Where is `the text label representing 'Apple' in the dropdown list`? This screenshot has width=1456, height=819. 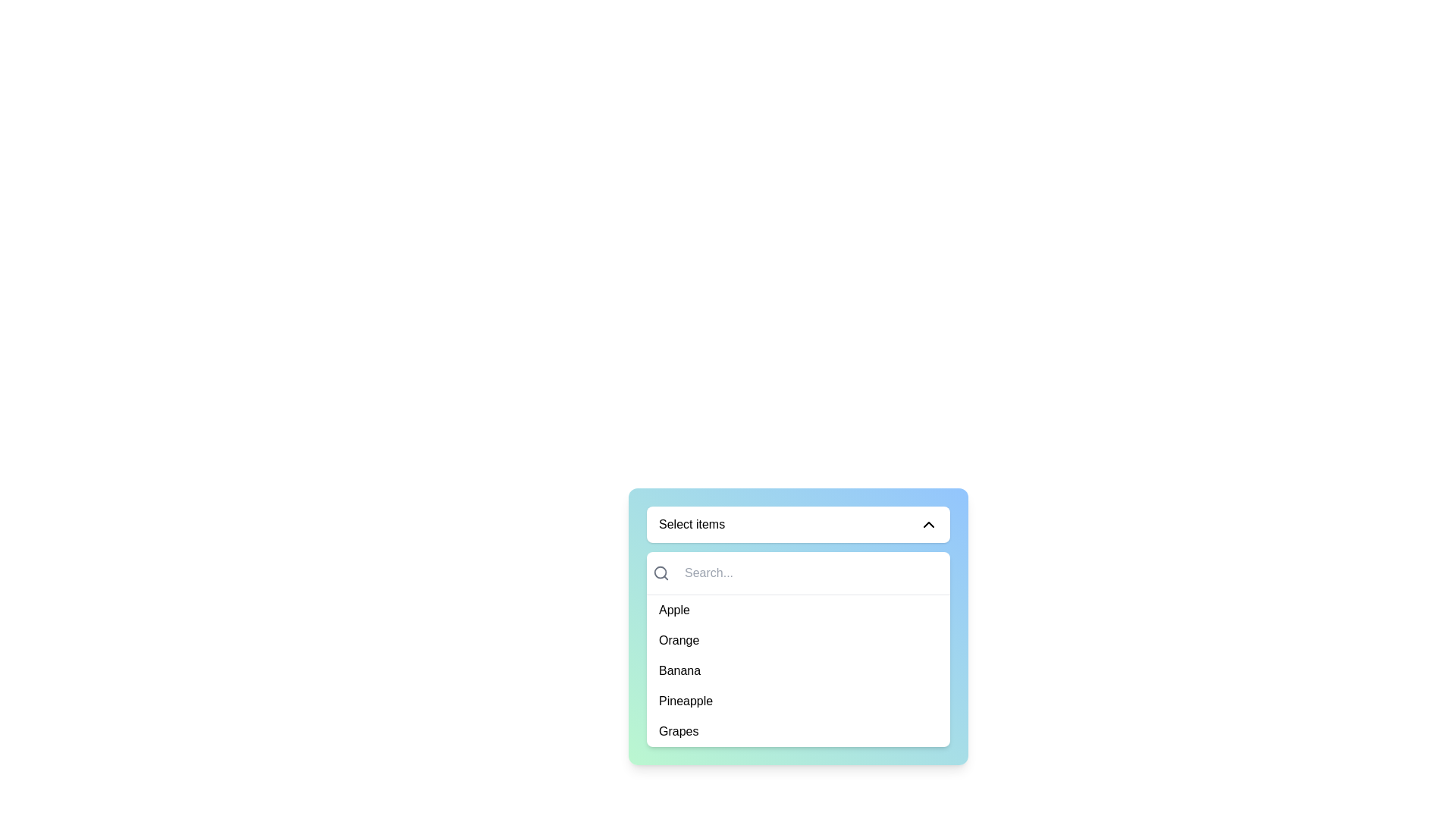
the text label representing 'Apple' in the dropdown list is located at coordinates (673, 610).